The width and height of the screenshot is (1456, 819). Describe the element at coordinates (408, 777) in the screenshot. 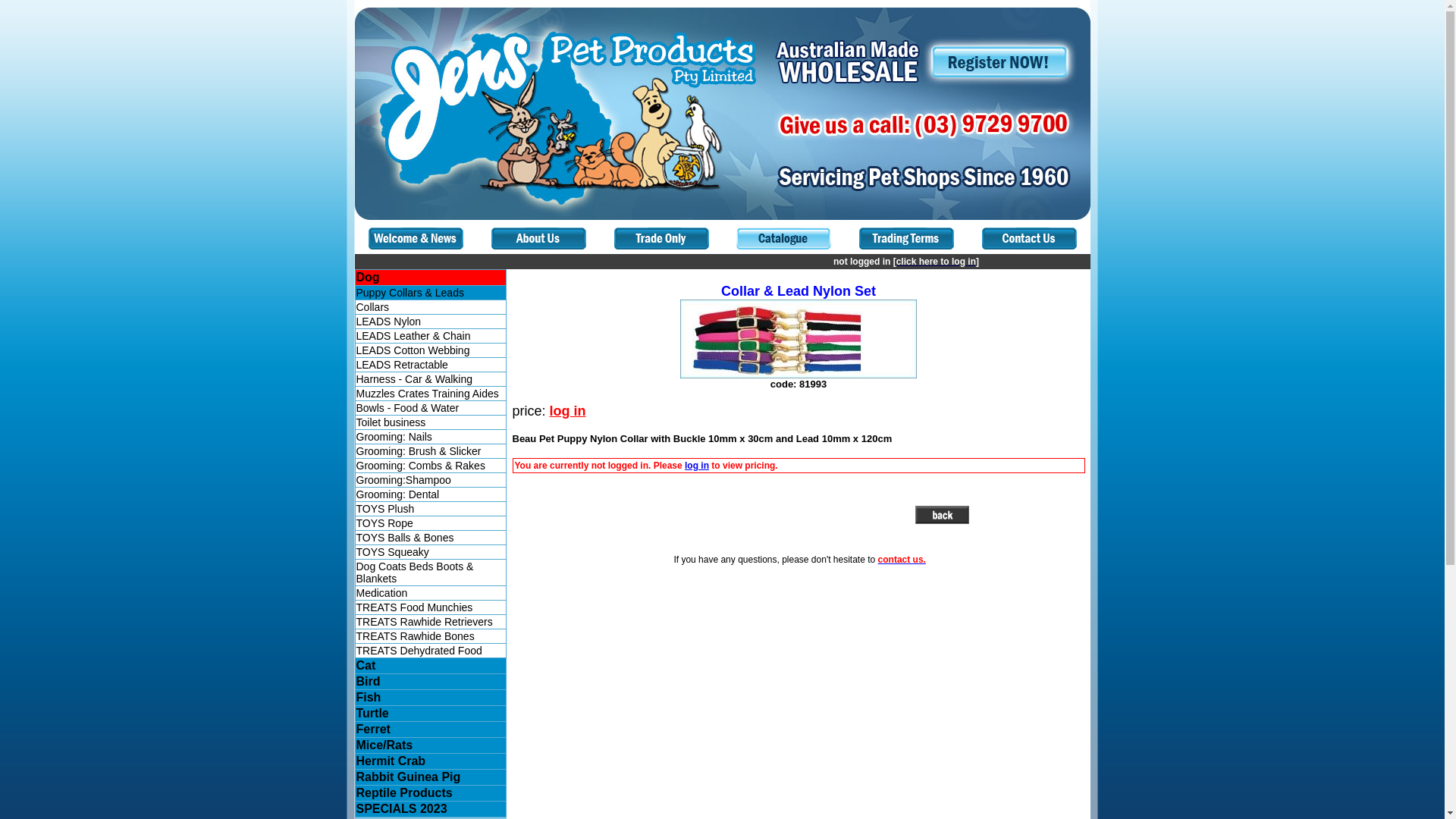

I see `'Rabbit Guinea Pig'` at that location.